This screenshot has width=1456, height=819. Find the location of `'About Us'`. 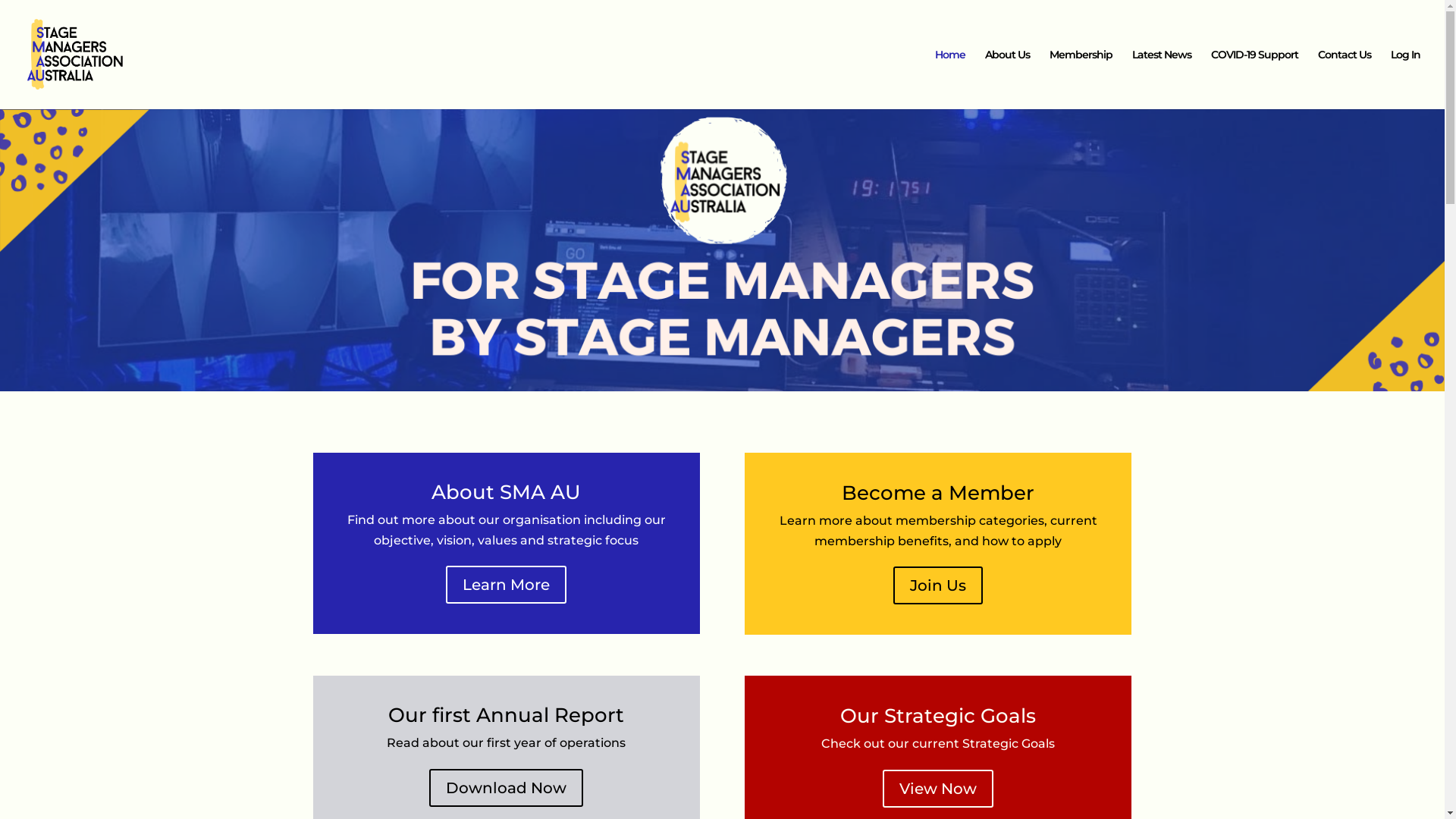

'About Us' is located at coordinates (1007, 79).